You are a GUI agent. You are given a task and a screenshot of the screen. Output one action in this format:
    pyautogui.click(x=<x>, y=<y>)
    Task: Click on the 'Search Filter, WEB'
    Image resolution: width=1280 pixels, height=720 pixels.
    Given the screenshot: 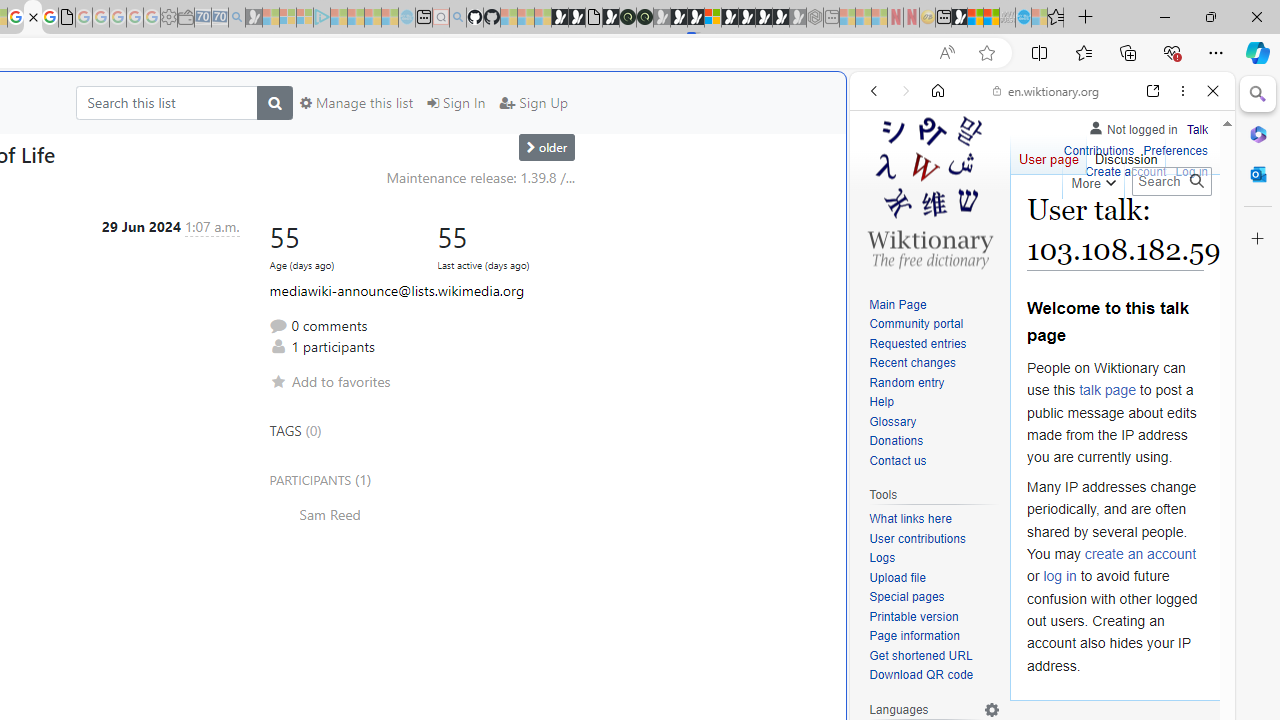 What is the action you would take?
    pyautogui.click(x=881, y=227)
    